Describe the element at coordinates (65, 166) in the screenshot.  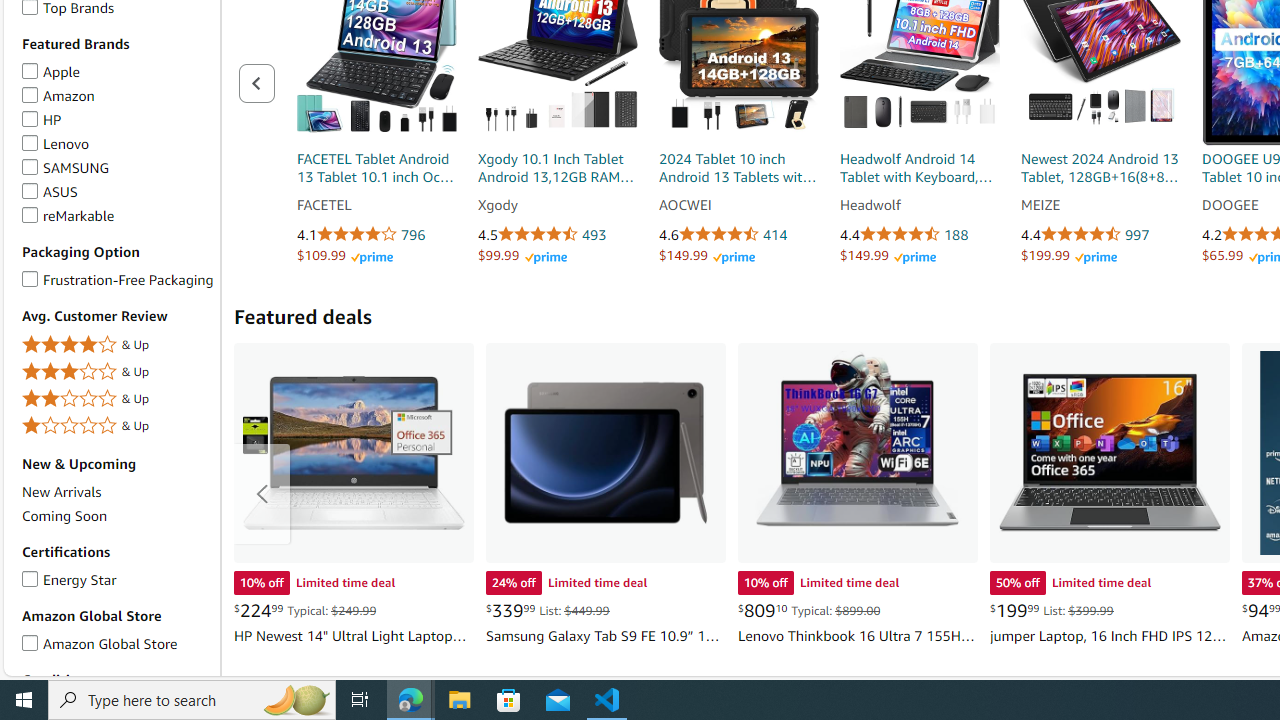
I see `'SAMSUNG SAMSUNG'` at that location.